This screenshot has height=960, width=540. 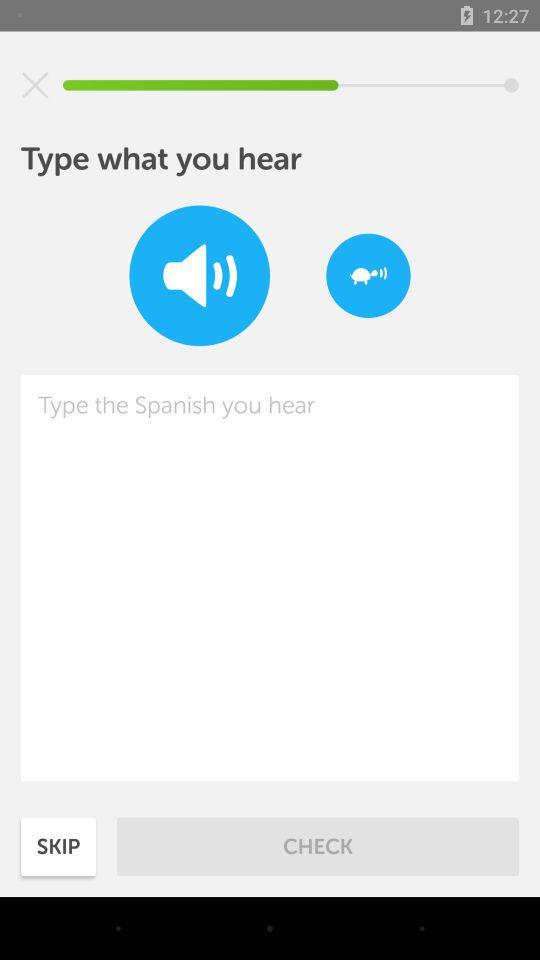 What do you see at coordinates (35, 85) in the screenshot?
I see `the icon above the type what you item` at bounding box center [35, 85].